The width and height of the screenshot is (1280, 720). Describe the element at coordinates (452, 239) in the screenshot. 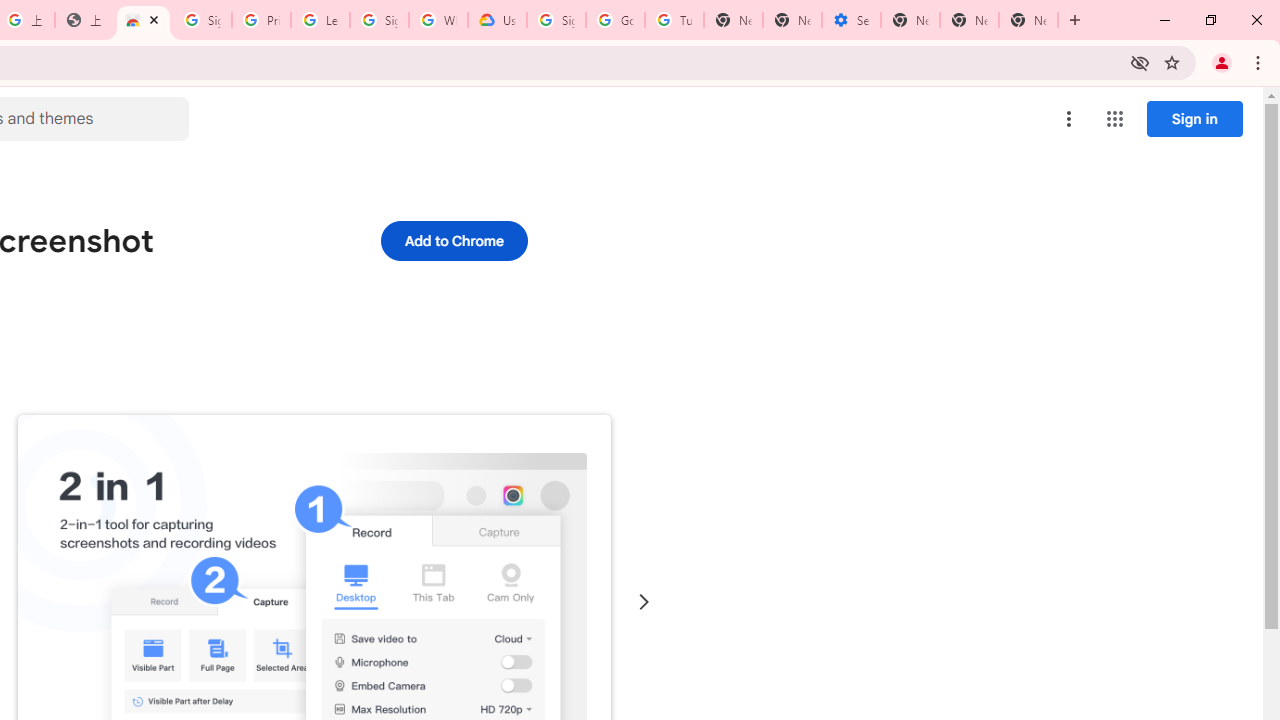

I see `'Add to Chrome'` at that location.